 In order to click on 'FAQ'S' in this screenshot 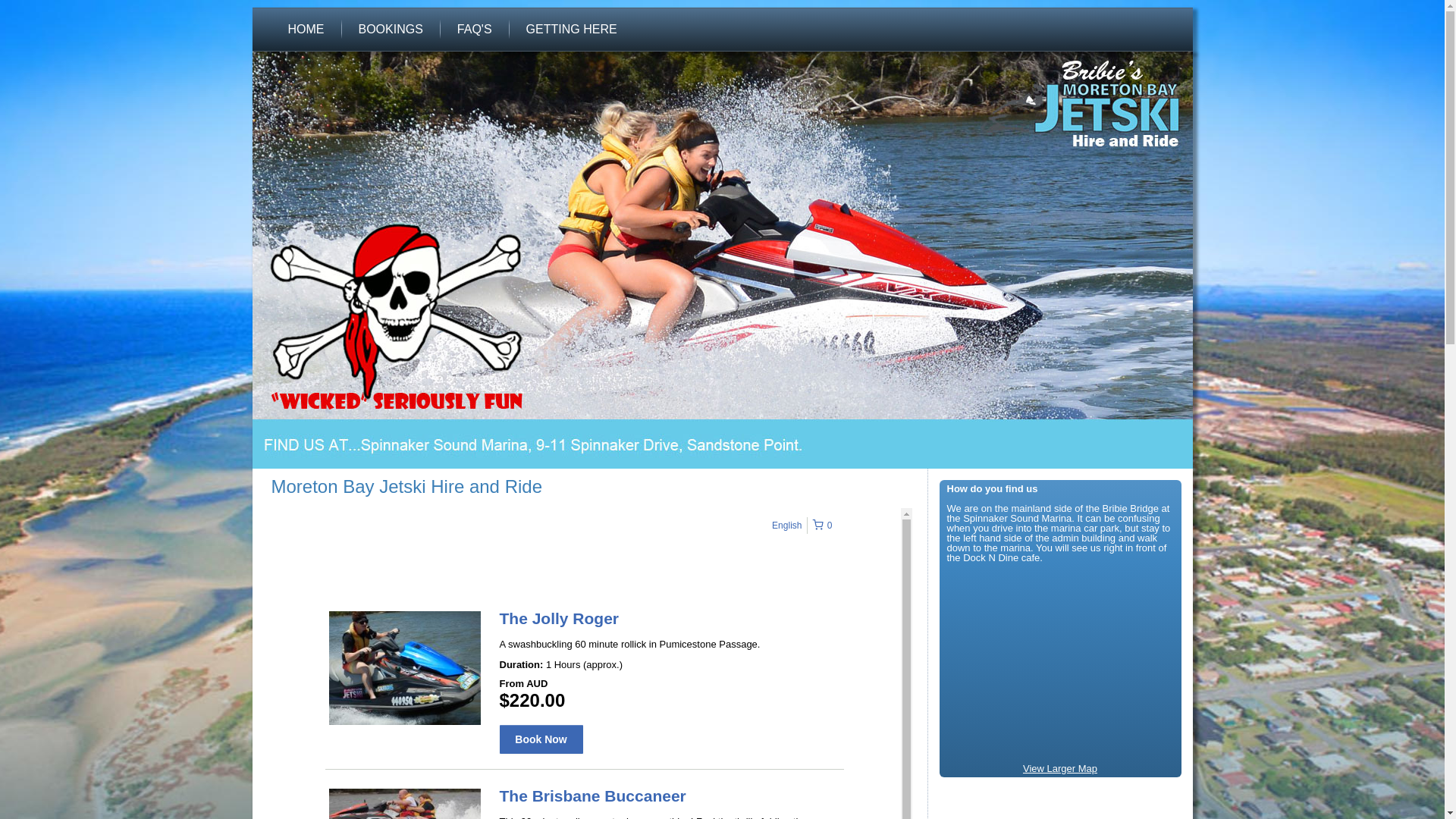, I will do `click(473, 29)`.